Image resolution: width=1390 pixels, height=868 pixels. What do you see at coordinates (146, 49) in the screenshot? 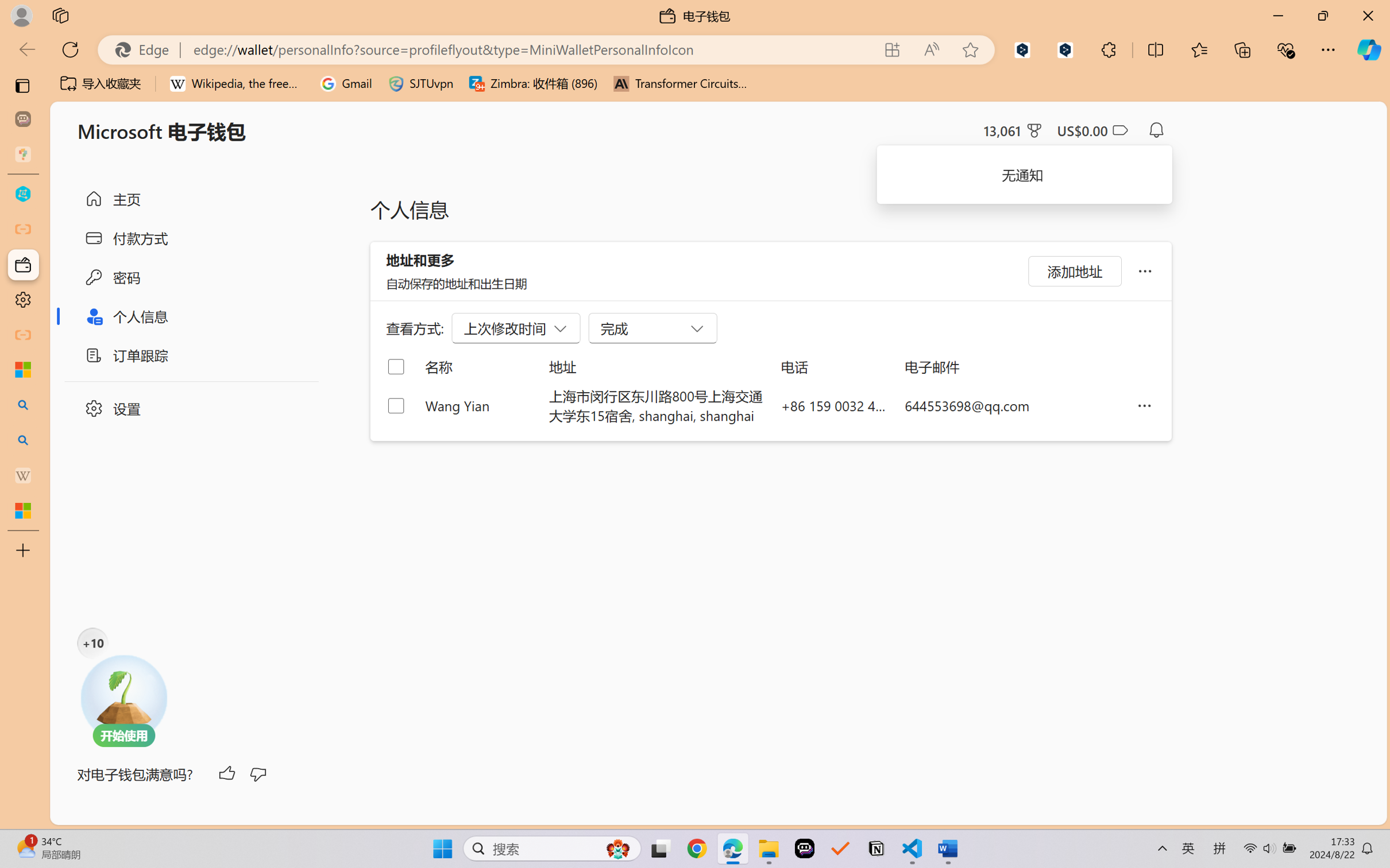
I see `'Edge'` at bounding box center [146, 49].